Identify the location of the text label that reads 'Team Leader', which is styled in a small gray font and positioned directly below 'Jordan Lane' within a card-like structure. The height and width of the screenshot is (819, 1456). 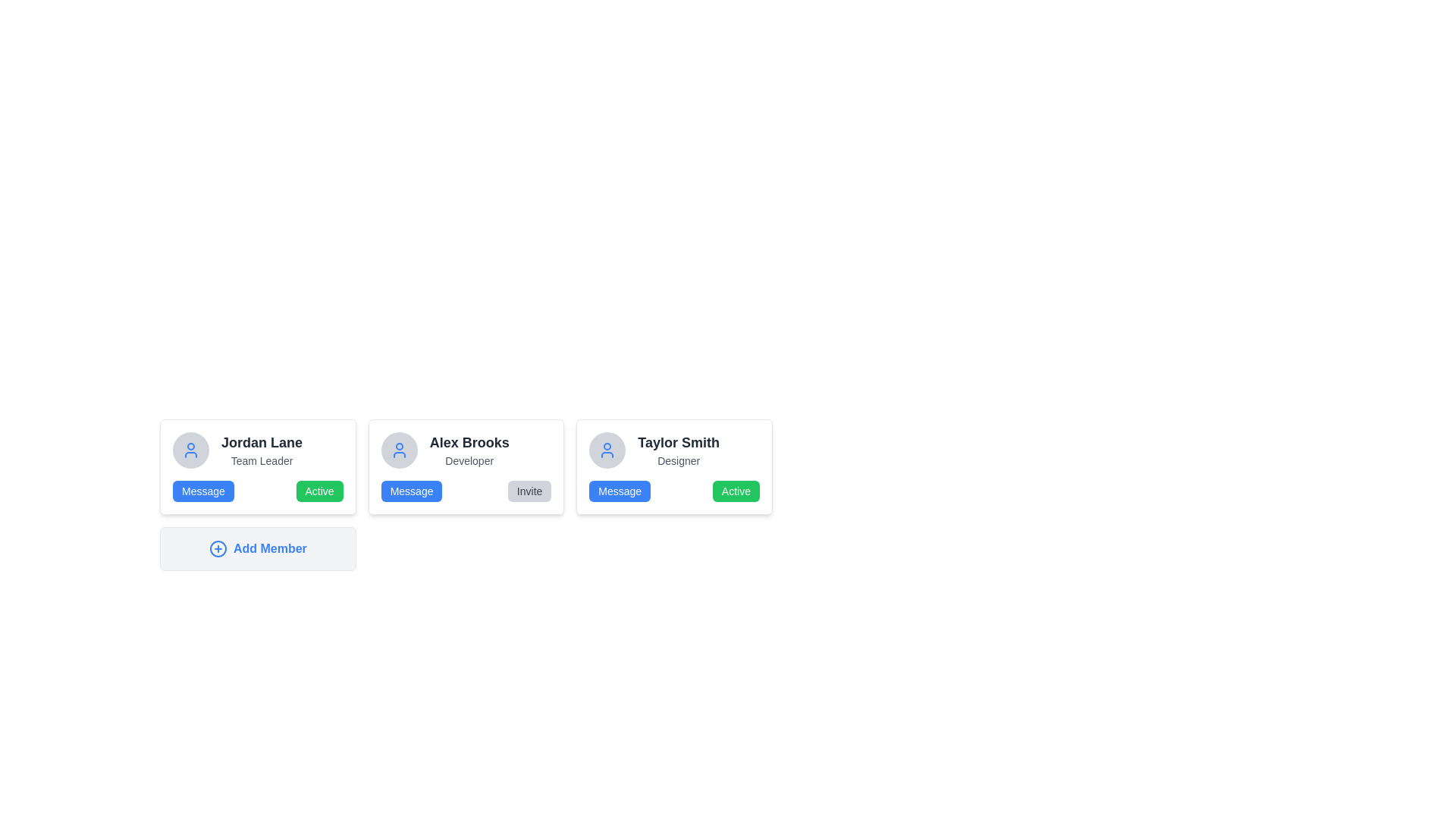
(262, 460).